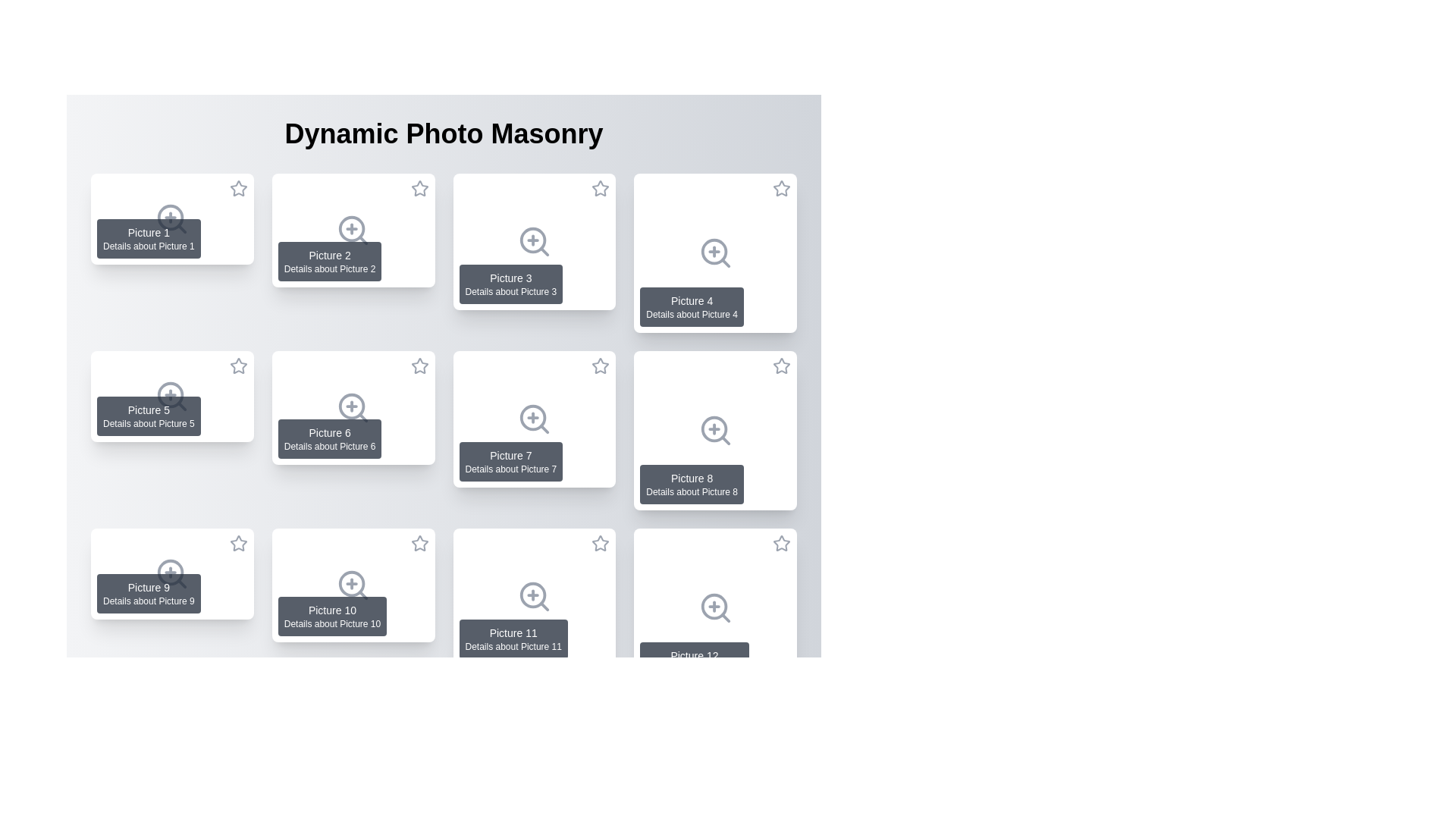 Image resolution: width=1456 pixels, height=819 pixels. Describe the element at coordinates (781, 366) in the screenshot. I see `the star icon button located at the top-right corner of the Picture 8 card` at that location.